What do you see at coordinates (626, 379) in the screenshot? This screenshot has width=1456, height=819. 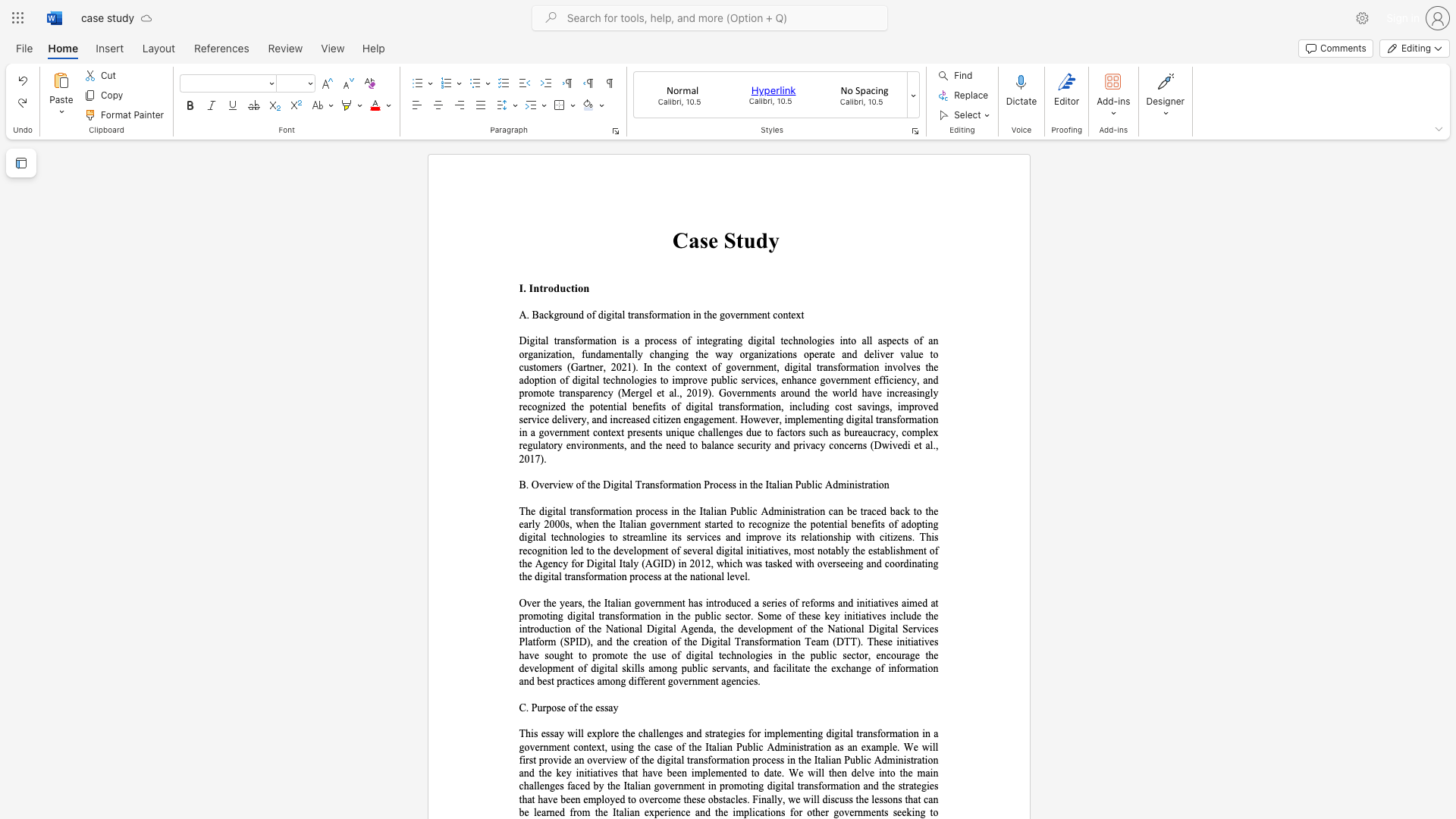 I see `the subset text "ologies to improve public services, enhance government efficiency, and promote transparency (Mergel et al., 2019)" within the text "Digital transformation is a process of integrating digital technologies into all aspects of an organization, fundamentally changing the way organizations operate and deliver value to customers (Gartner, 2021). In the context of government, digital transformation involves the adoption of digital technologies to improve public services, enhance government efficiency, and promote transparency (Mergel et al., 2019). Governments around the world have increasingly recognized the potential benefits of digital tran"` at bounding box center [626, 379].